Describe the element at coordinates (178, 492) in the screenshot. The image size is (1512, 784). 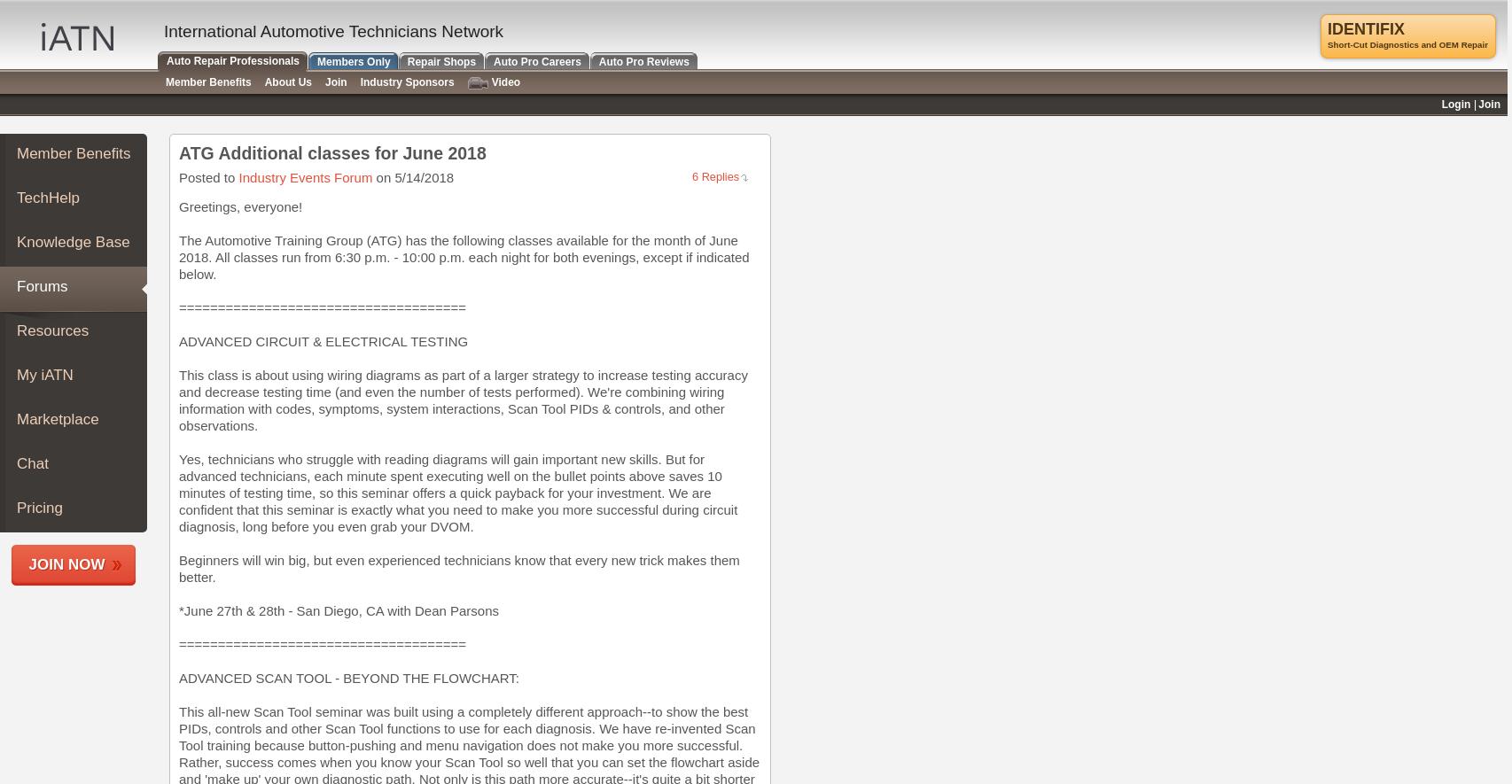
I see `'Yes, technicians who struggle with reading diagrams will
gain important new skills. But for advanced technicians,
each minute spent executing well on the bullet points above
saves 10 minutes of testing time, so this seminar offers a
quick payback for your investment. We are confident that
this seminar is exactly what you need to make you more
successful during circuit diagnosis, long before you even
grab your DVOM.'` at that location.